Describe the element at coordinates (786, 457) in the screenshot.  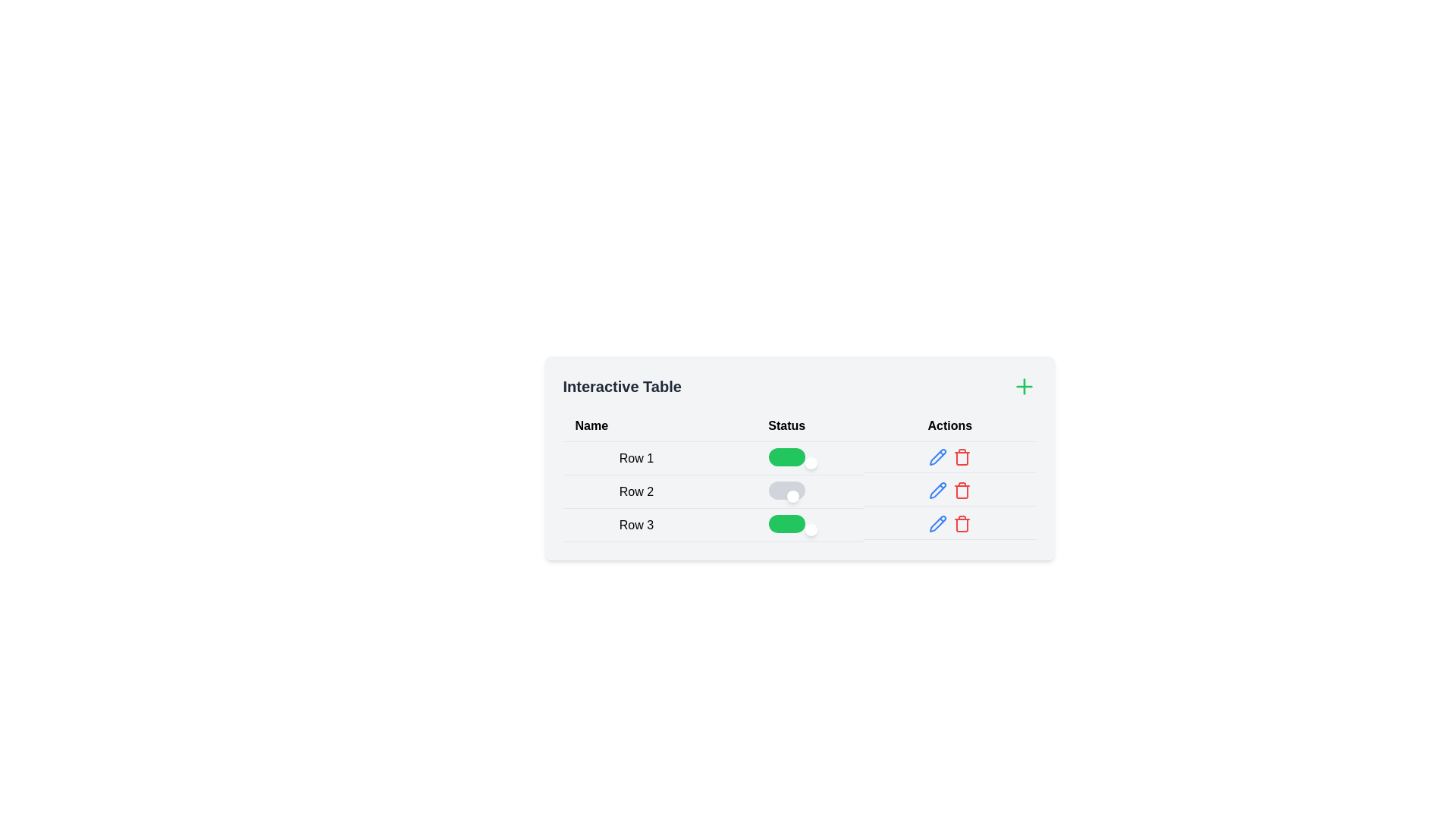
I see `the toggle switch in the second column of the first row in the 'Interactive Table' to trigger hover-interaction effects` at that location.